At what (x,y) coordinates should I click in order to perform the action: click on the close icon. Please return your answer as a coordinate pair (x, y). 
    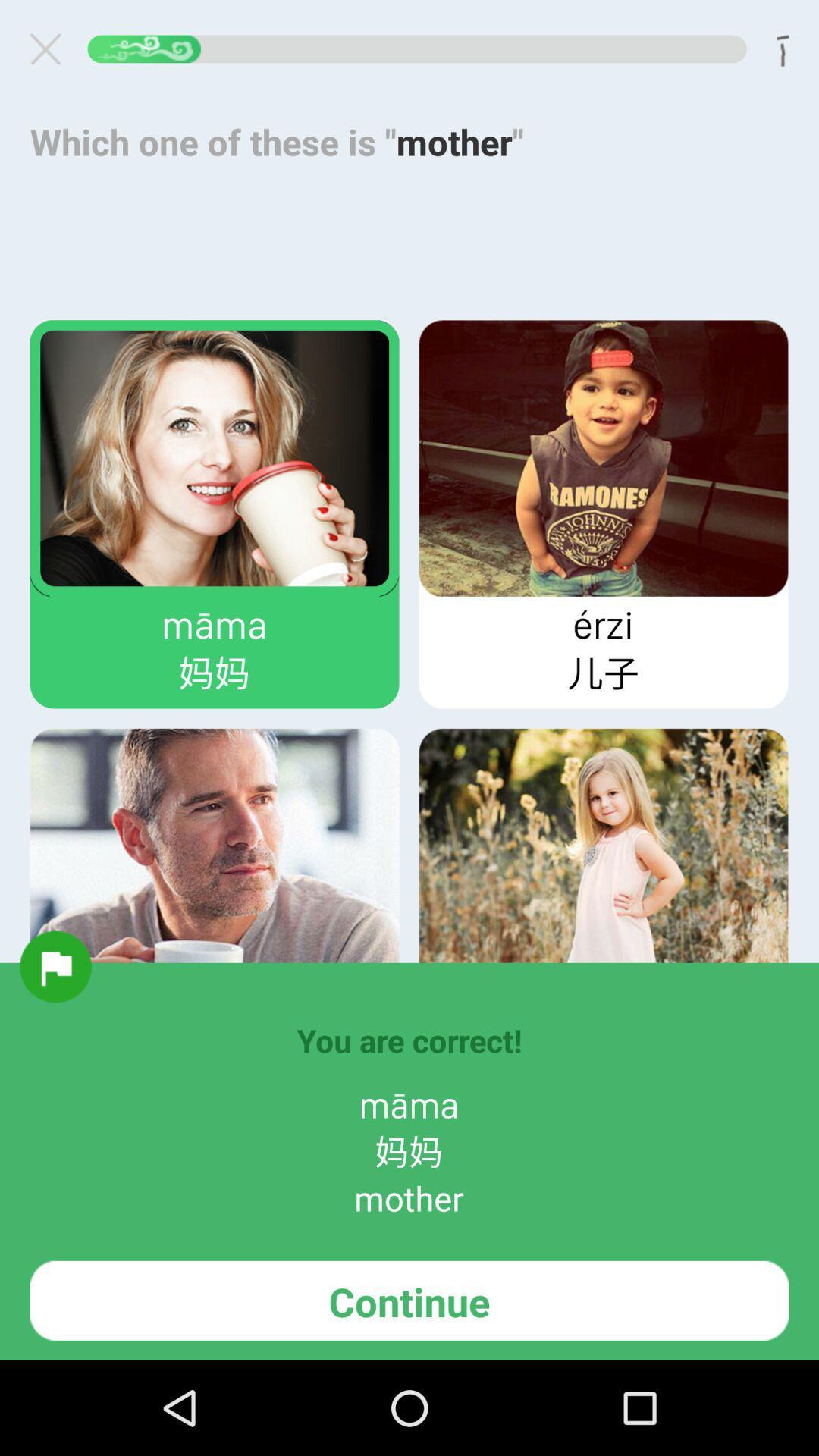
    Looking at the image, I should click on (51, 52).